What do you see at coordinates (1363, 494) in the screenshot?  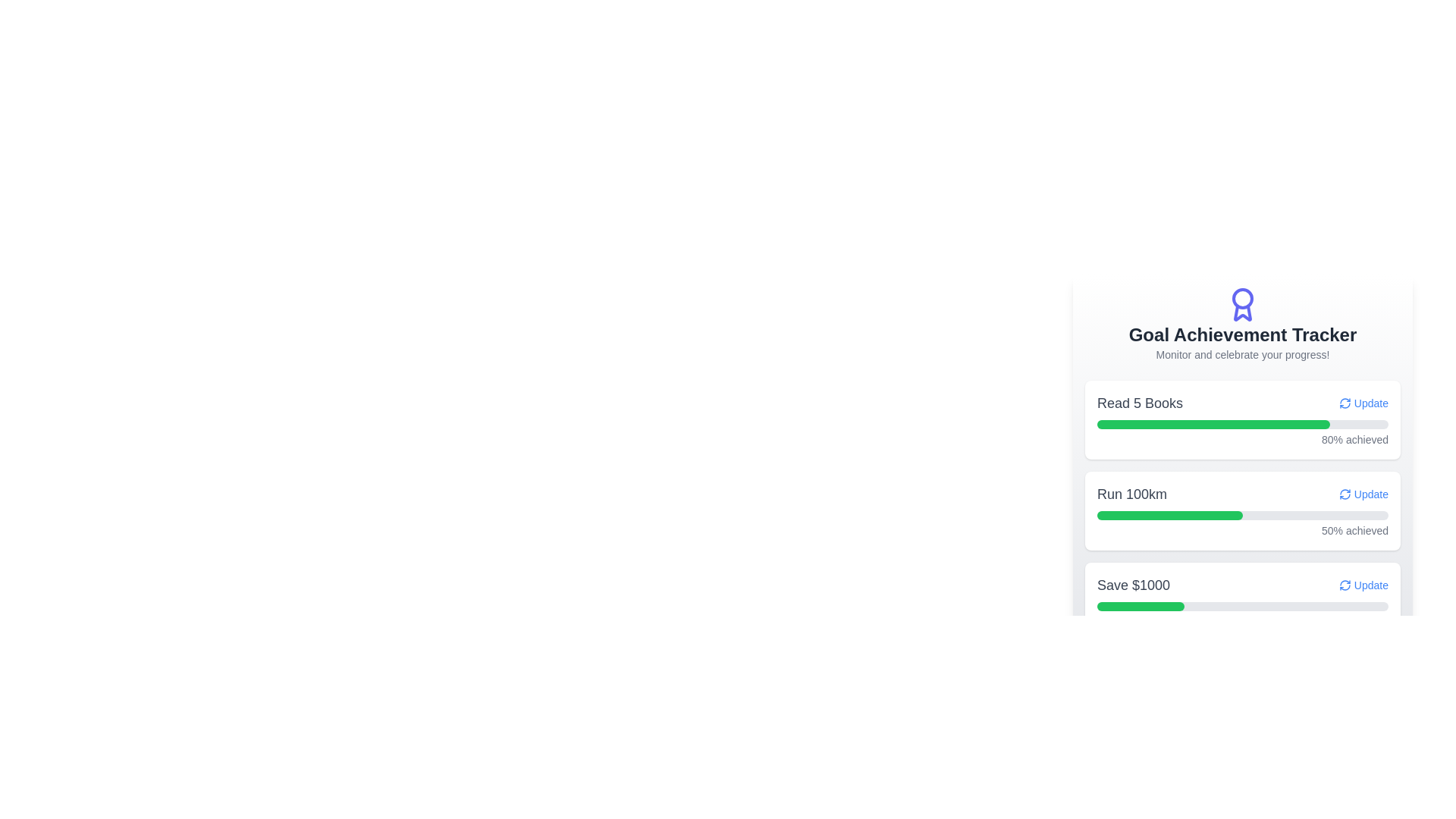 I see `the interactive link with accompanying icon located to the far right of the 'Run 100km' text to update the progress for the associated task` at bounding box center [1363, 494].